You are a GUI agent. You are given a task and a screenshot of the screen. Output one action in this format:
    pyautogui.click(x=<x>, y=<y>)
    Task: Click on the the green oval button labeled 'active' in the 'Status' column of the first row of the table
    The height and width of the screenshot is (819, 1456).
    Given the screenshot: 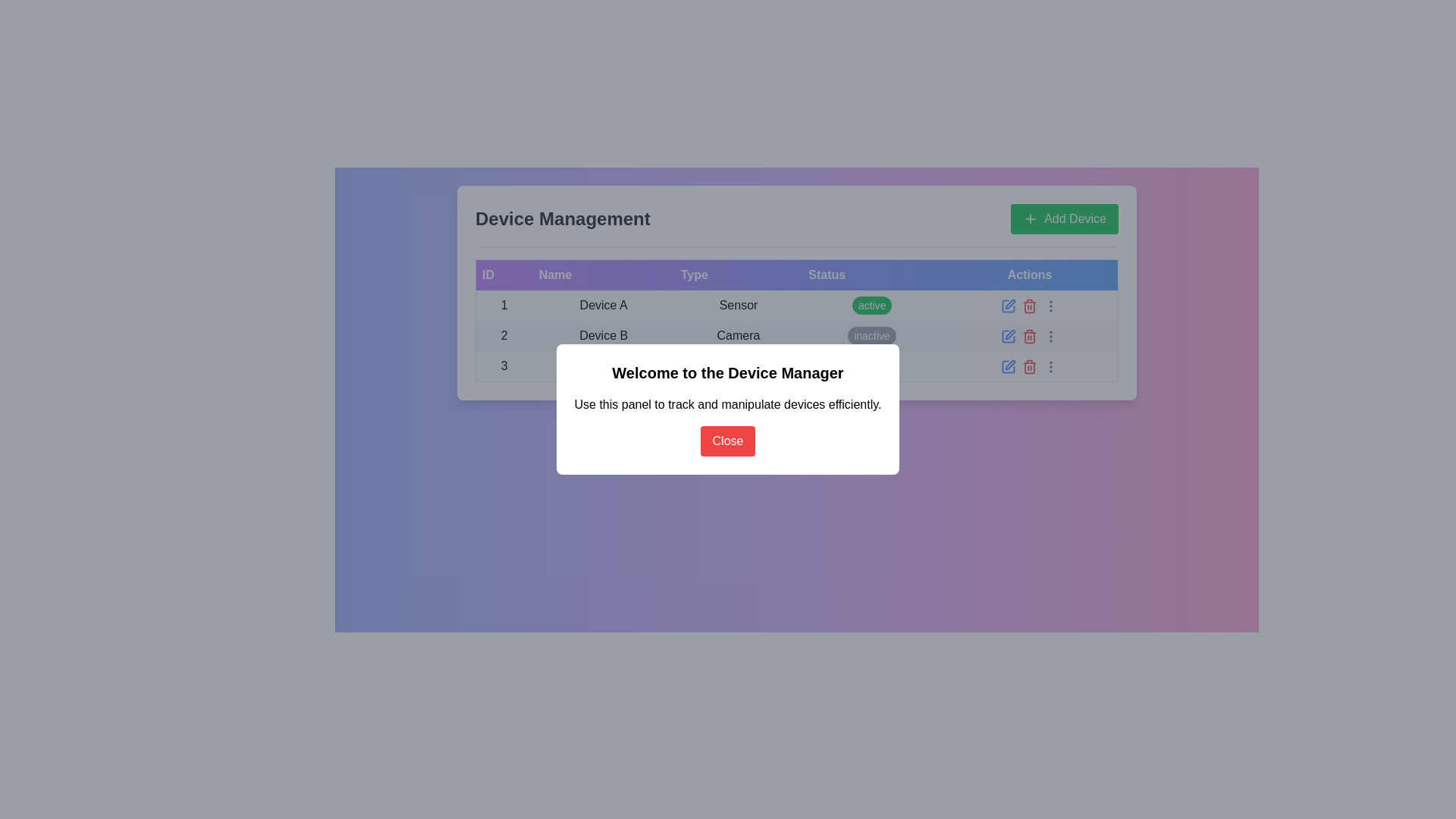 What is the action you would take?
    pyautogui.click(x=872, y=305)
    